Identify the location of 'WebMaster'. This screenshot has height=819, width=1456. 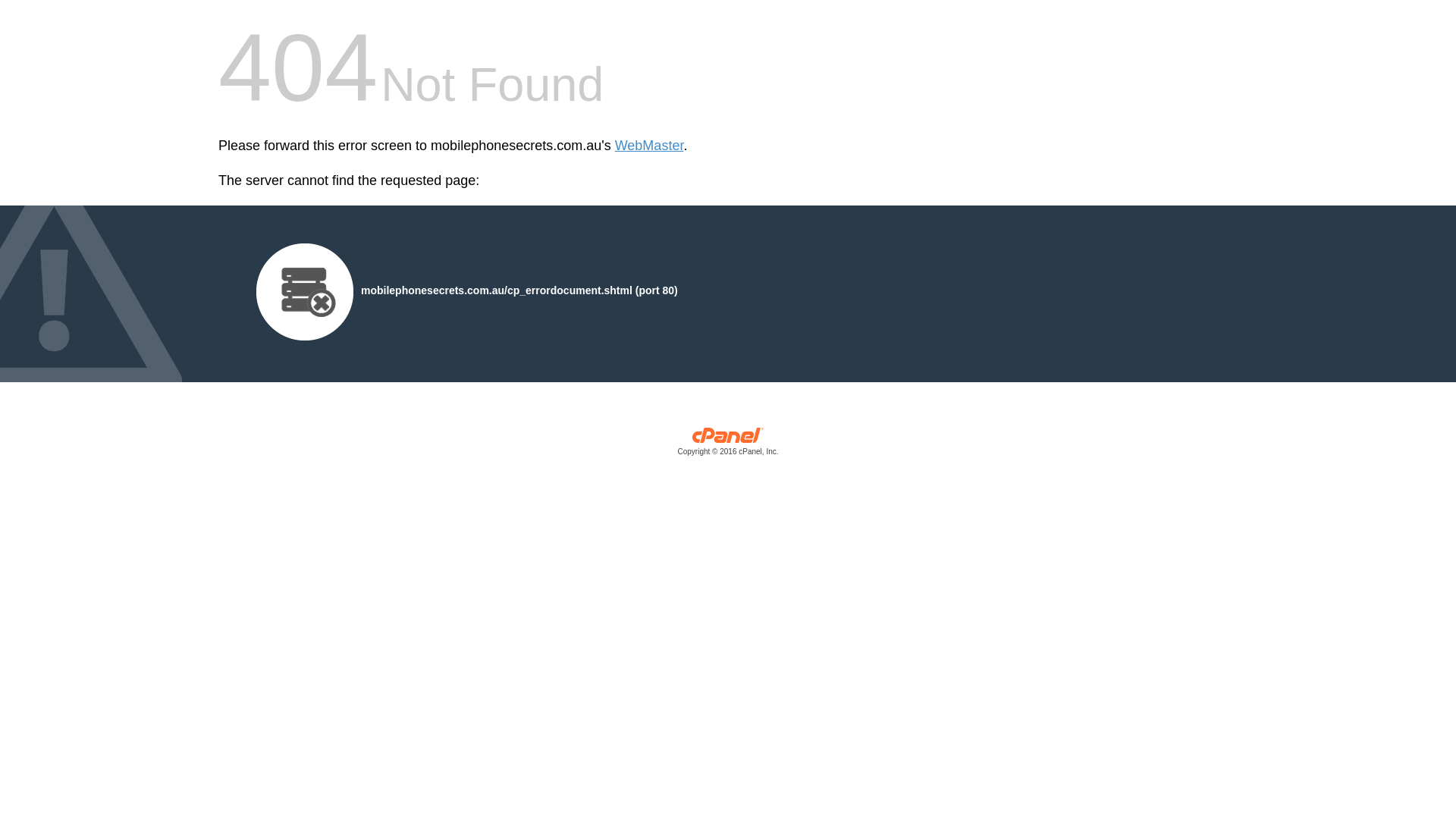
(649, 146).